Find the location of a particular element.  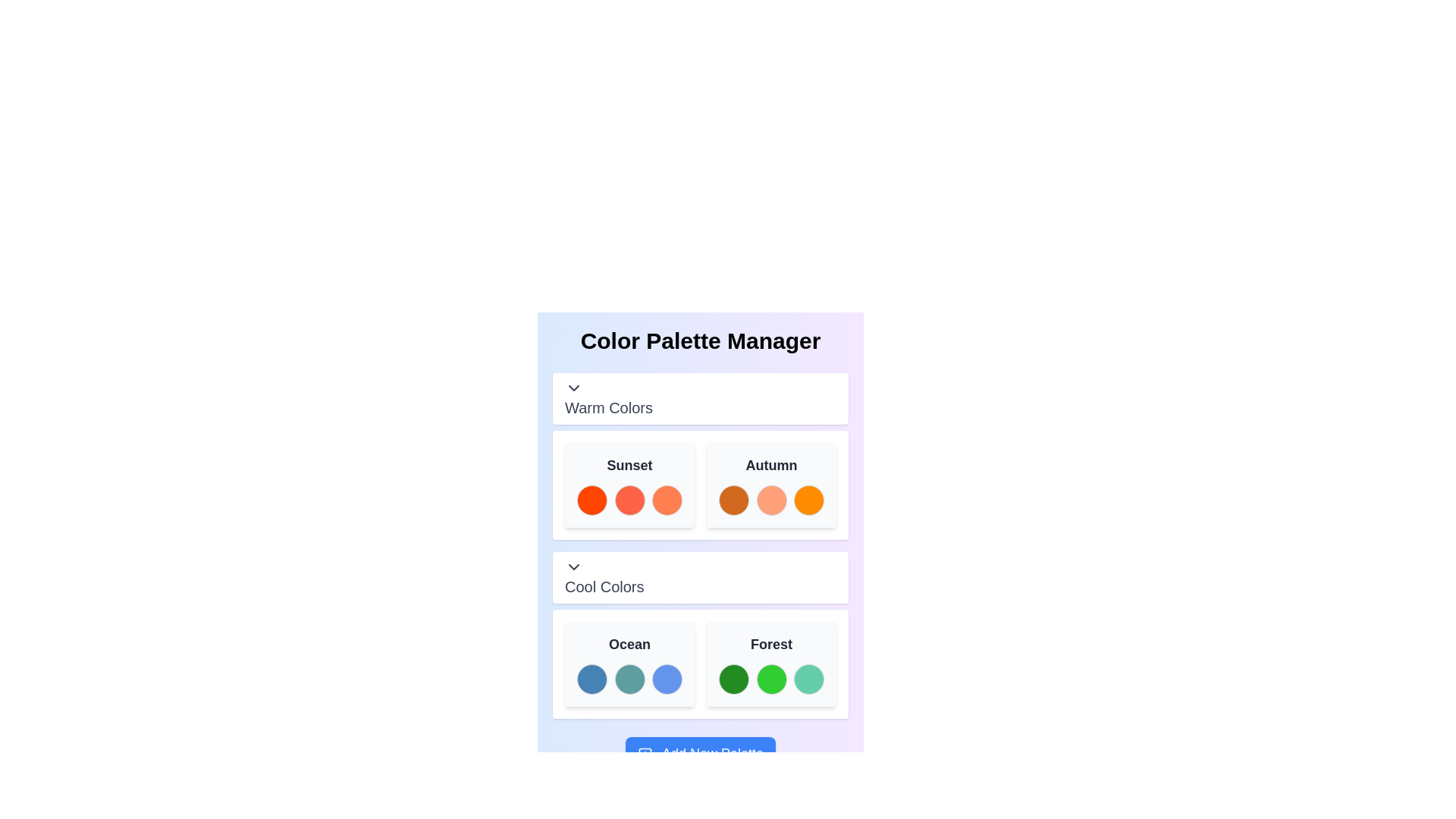

text label for the 'Autumn' color palette, located at the top-right corner of the 'Warm Colors' section, above the color swatches is located at coordinates (771, 464).